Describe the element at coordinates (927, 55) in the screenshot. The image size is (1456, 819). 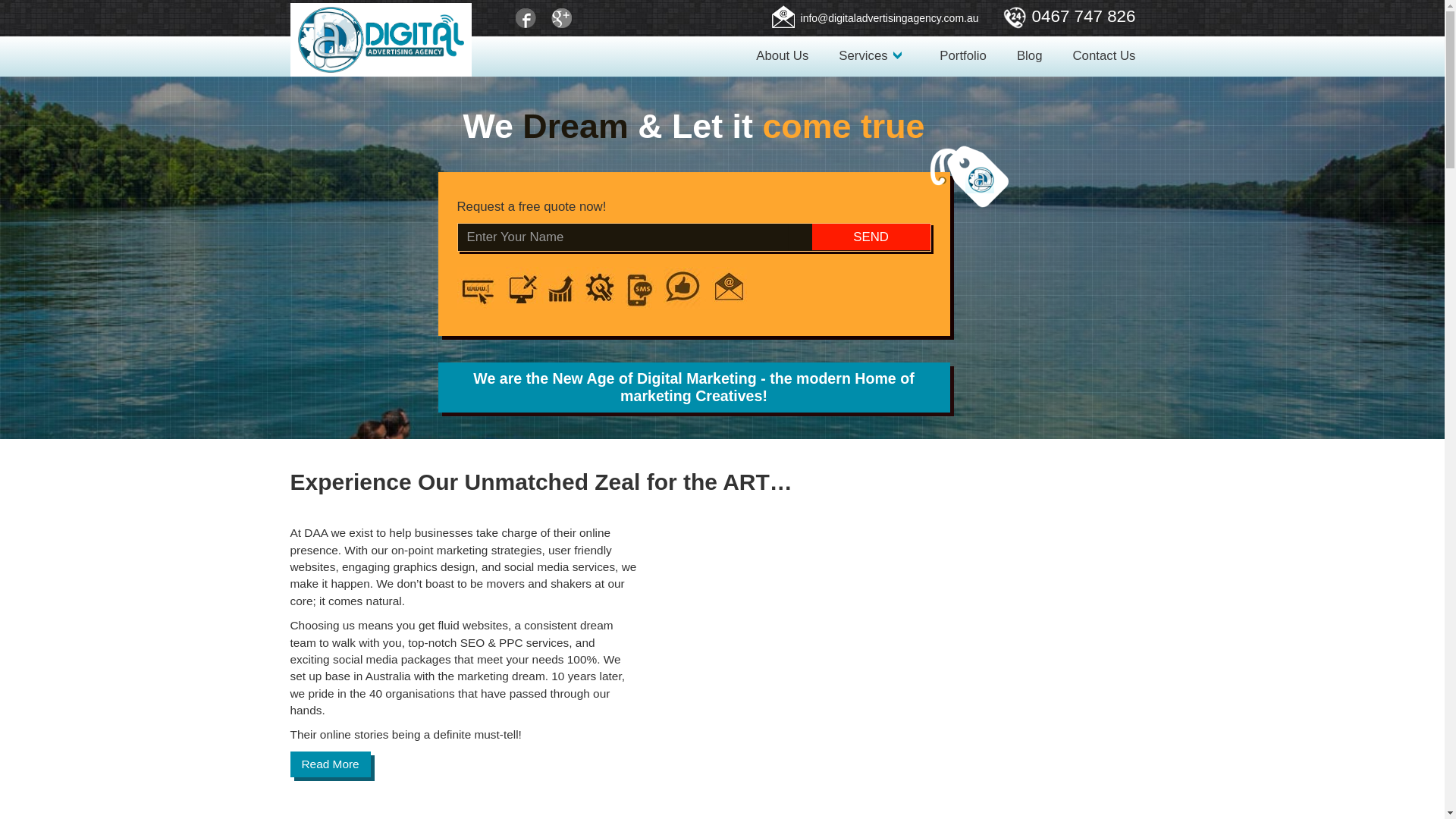
I see `'Portfolio'` at that location.